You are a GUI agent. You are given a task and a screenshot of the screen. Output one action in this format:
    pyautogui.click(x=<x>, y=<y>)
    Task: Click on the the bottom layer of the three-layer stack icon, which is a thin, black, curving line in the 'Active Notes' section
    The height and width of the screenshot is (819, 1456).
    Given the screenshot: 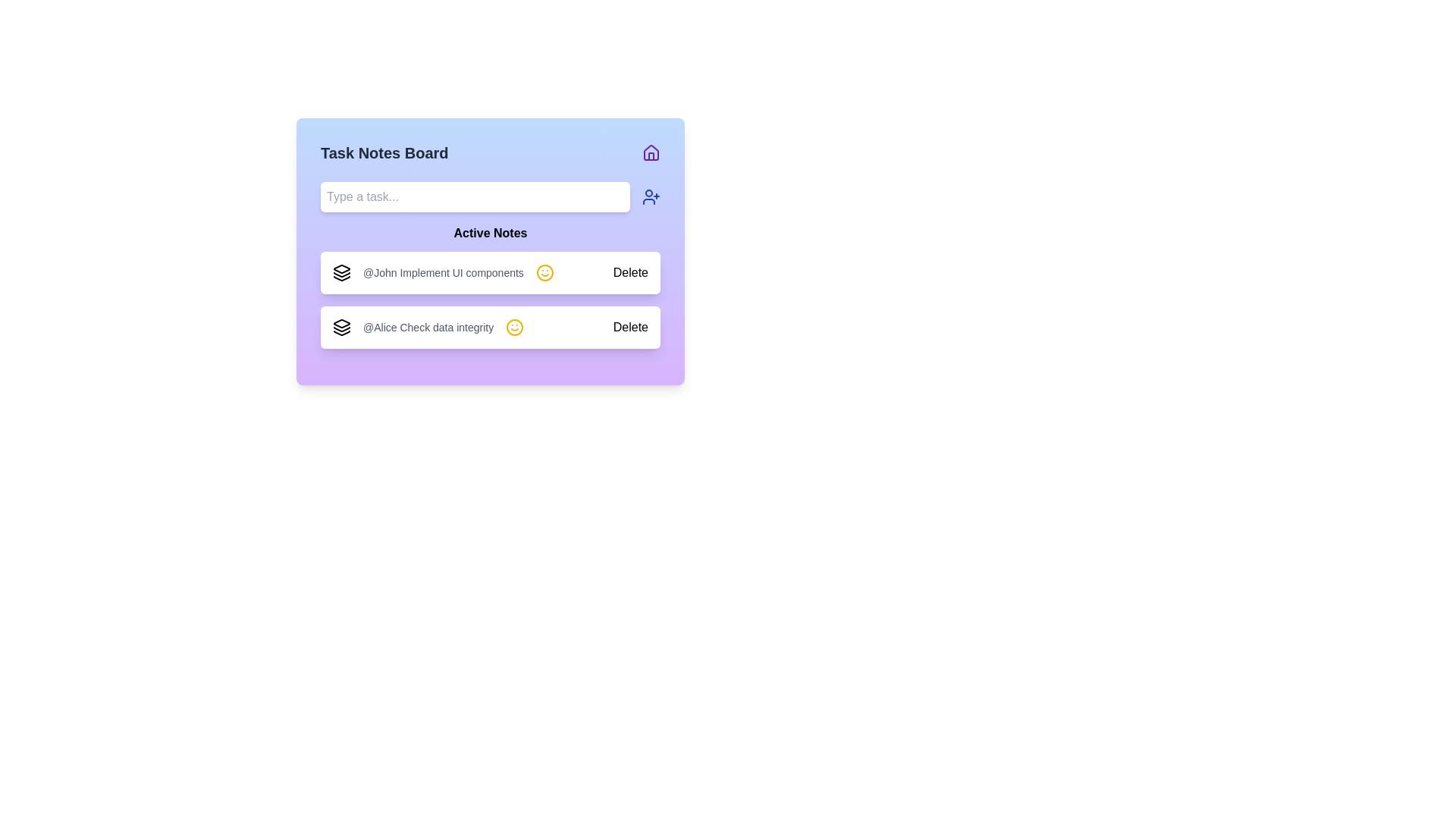 What is the action you would take?
    pyautogui.click(x=341, y=332)
    